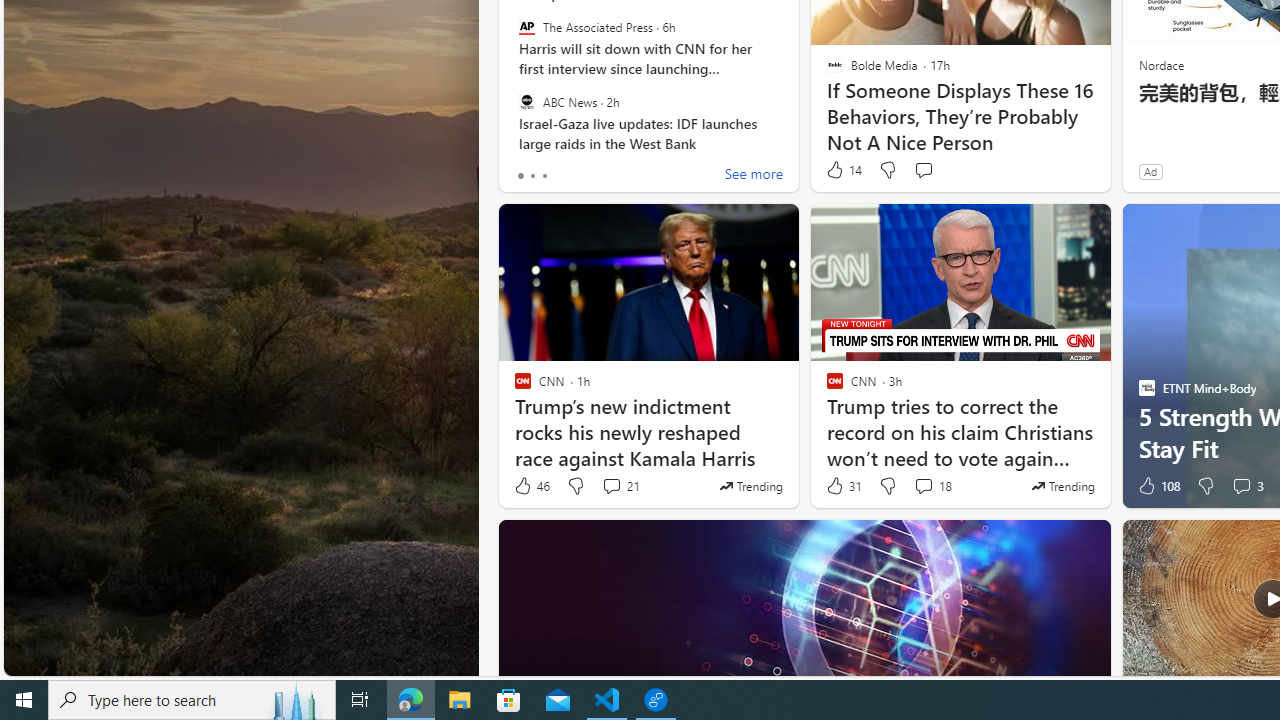  Describe the element at coordinates (931, 486) in the screenshot. I see `'View comments 18 Comment'` at that location.